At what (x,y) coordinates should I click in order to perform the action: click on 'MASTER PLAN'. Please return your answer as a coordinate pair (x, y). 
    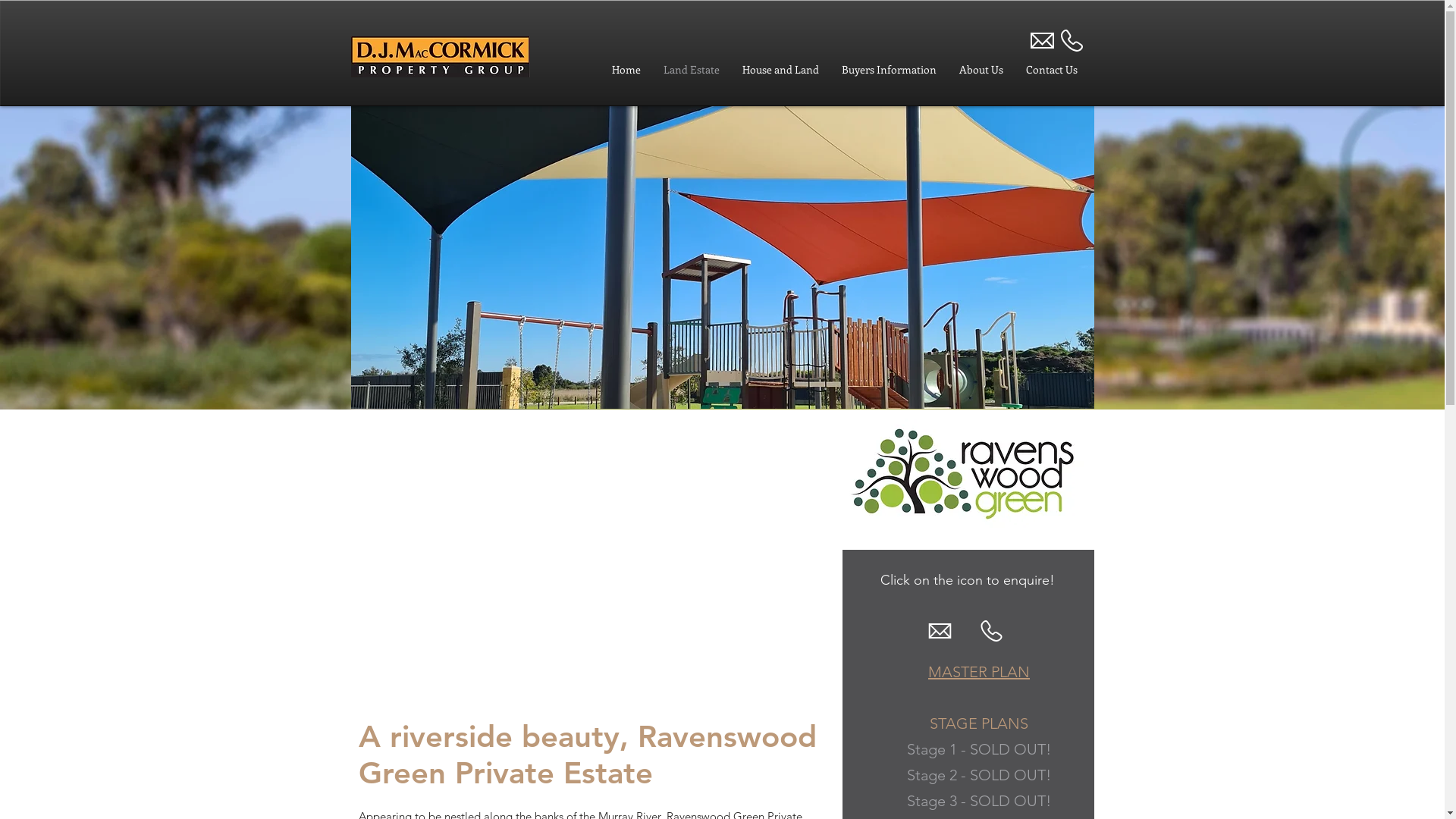
    Looking at the image, I should click on (927, 671).